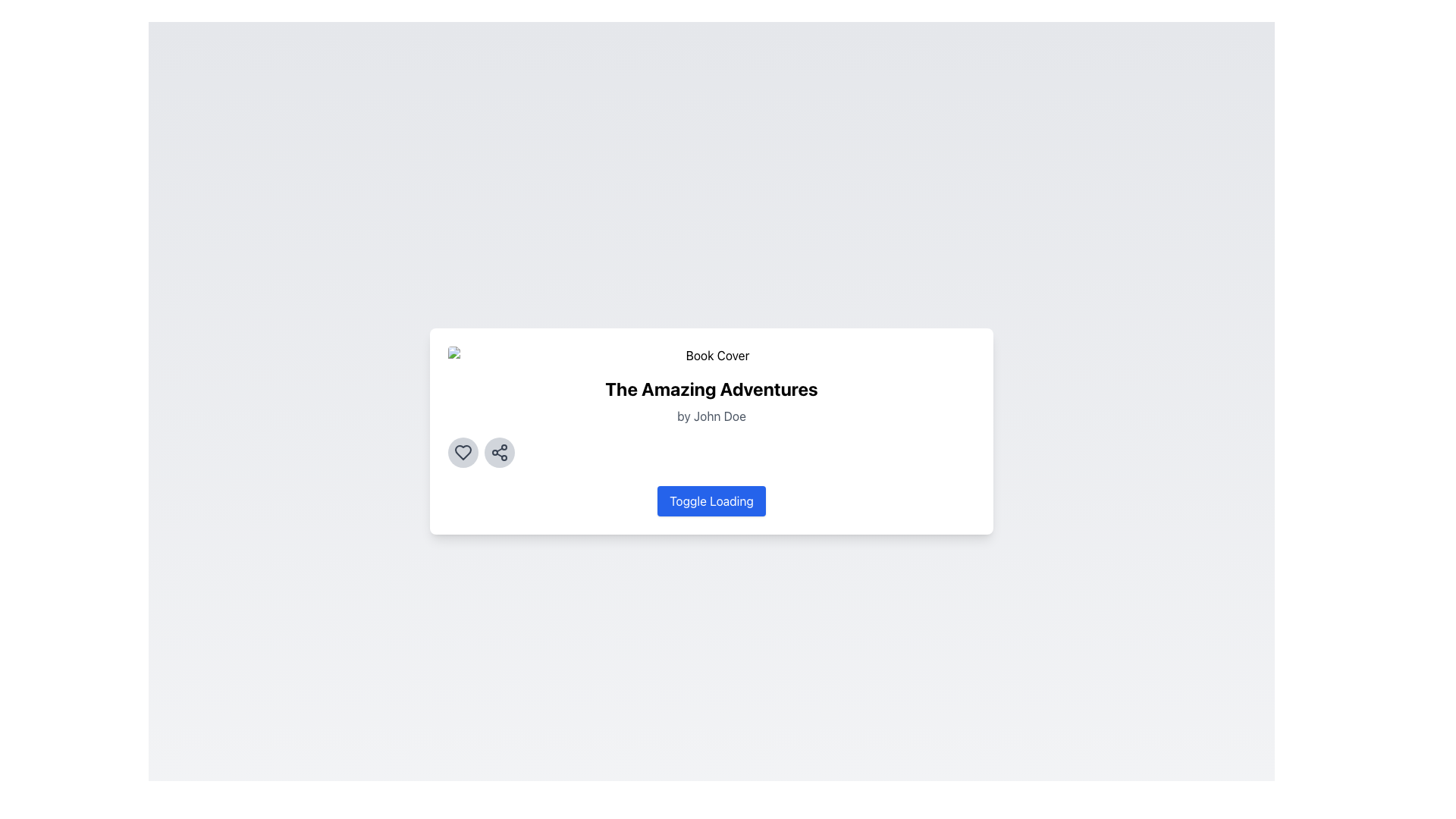 Image resolution: width=1456 pixels, height=819 pixels. I want to click on the textual display showing the book title 'The Amazing Adventures' by 'John Doe', which is positioned below the 'Book Cover' image and above the heart and share buttons, so click(711, 406).